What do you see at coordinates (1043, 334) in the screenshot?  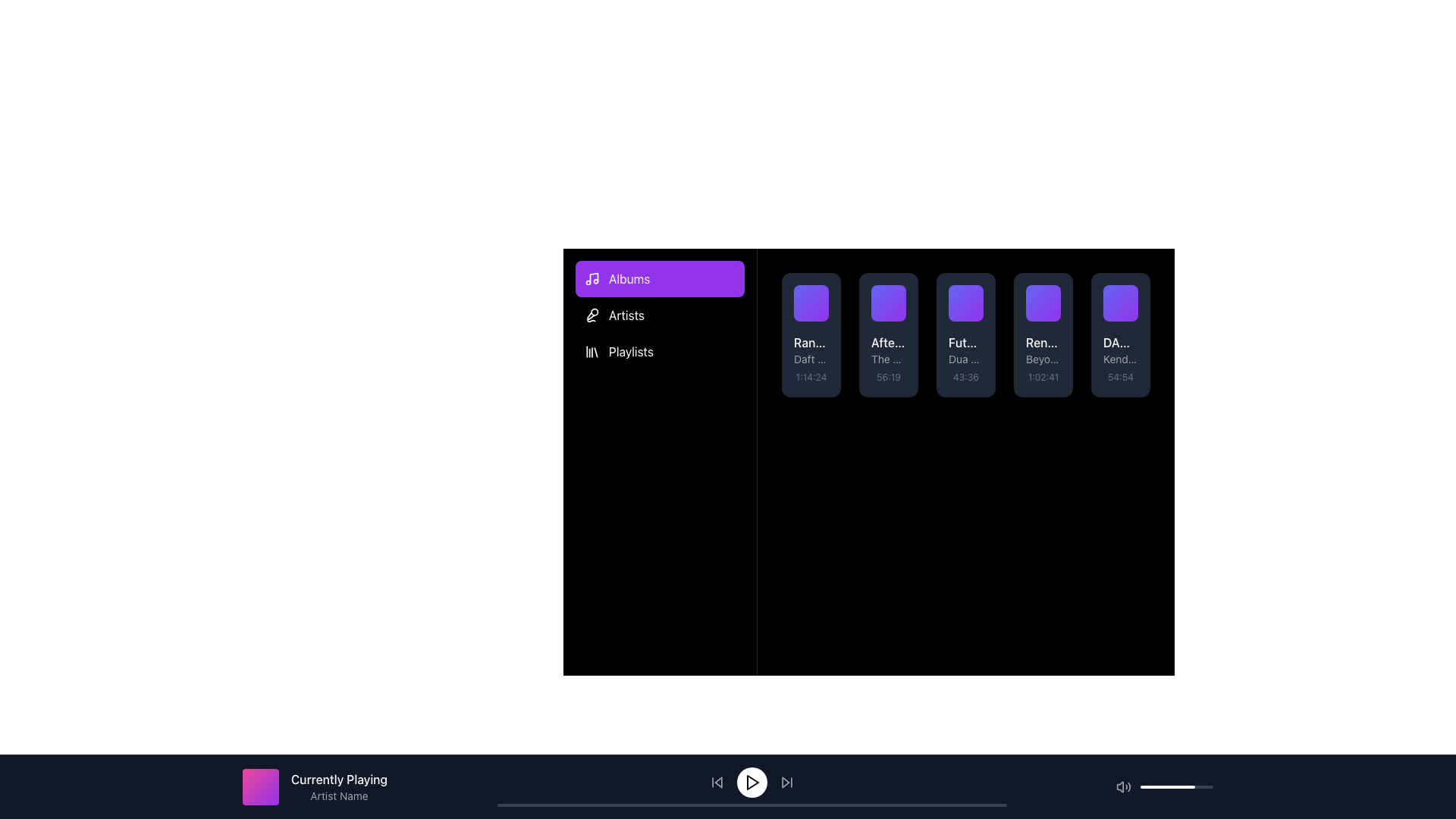 I see `the fourth interactive card in the 'Albums' section` at bounding box center [1043, 334].